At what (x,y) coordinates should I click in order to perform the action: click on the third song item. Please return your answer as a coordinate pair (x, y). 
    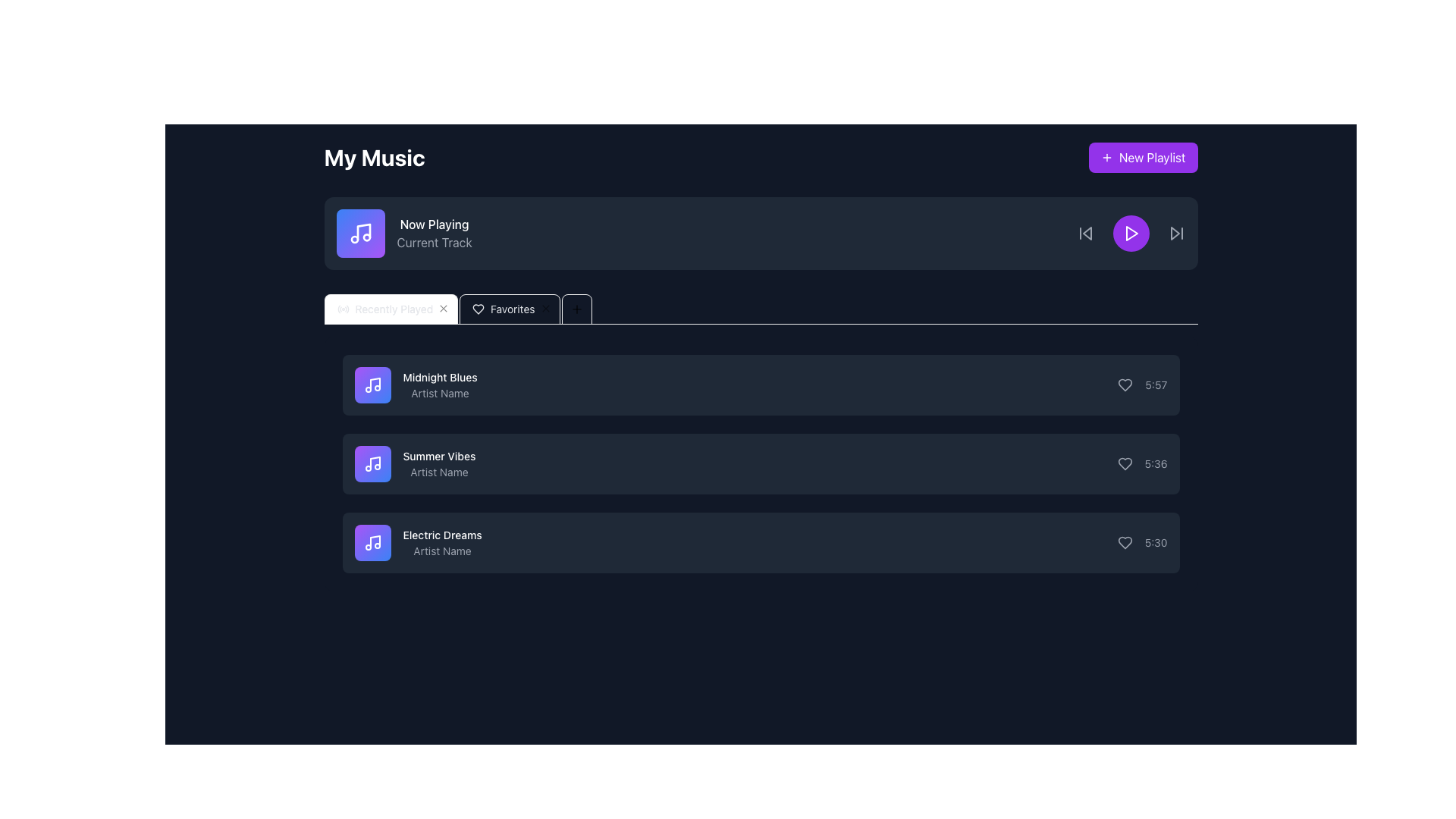
    Looking at the image, I should click on (761, 542).